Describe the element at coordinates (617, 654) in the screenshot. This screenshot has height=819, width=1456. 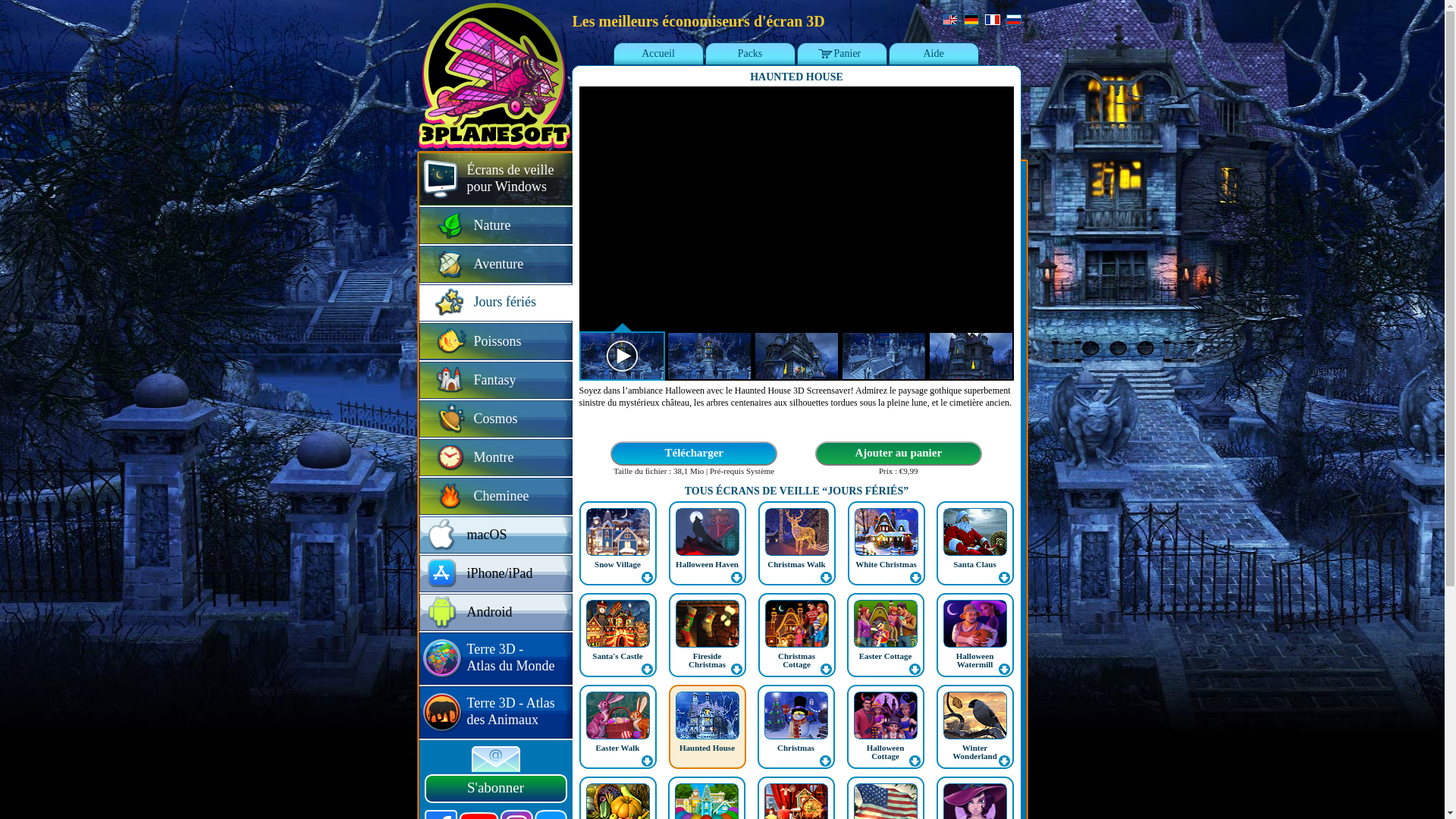
I see `'Santa's Castle'` at that location.